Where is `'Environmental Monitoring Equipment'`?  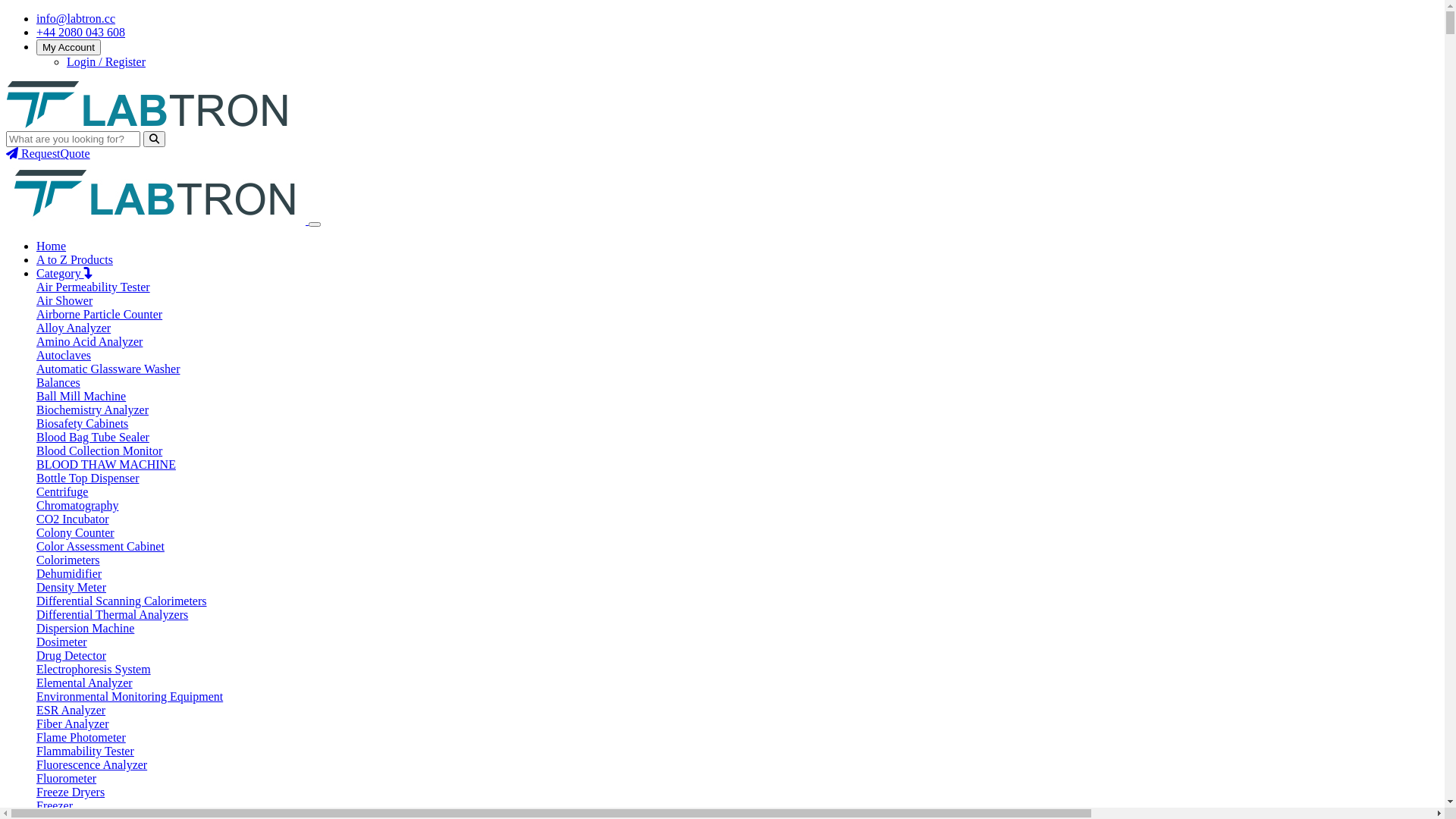
'Environmental Monitoring Equipment' is located at coordinates (130, 696).